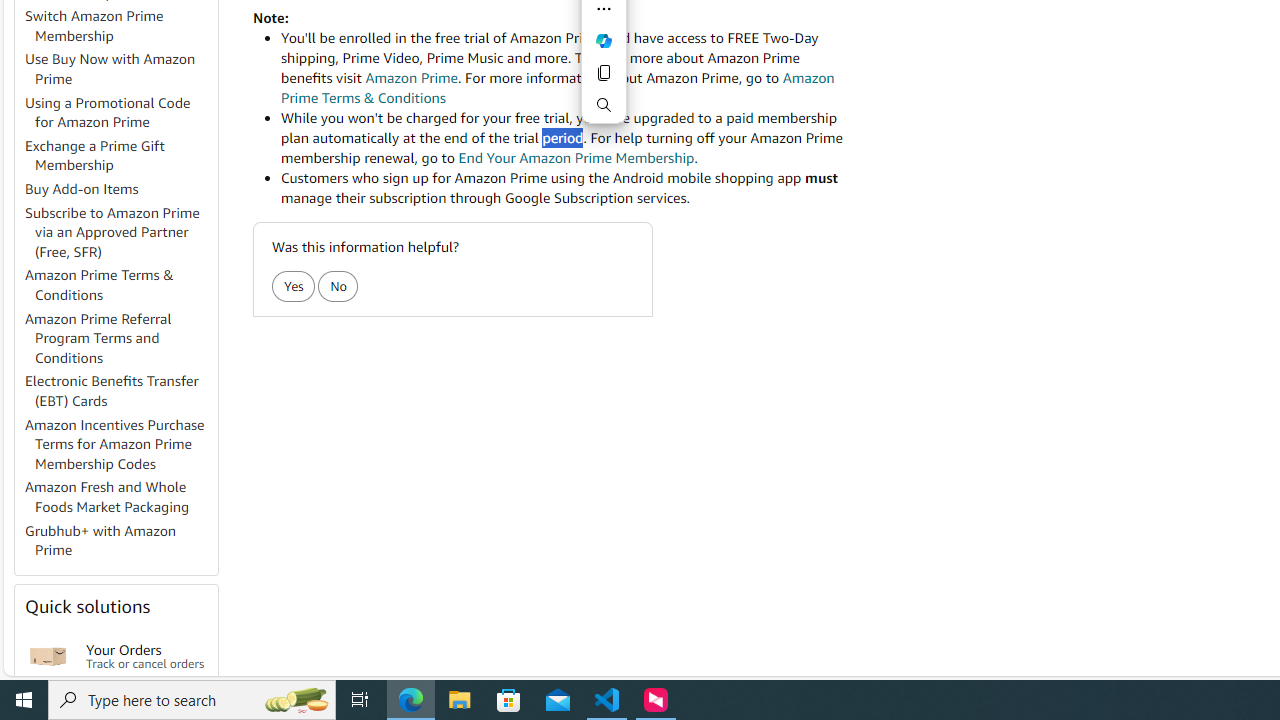 The height and width of the screenshot is (720, 1280). I want to click on 'Your Orders Track or cancel orders', so click(144, 656).